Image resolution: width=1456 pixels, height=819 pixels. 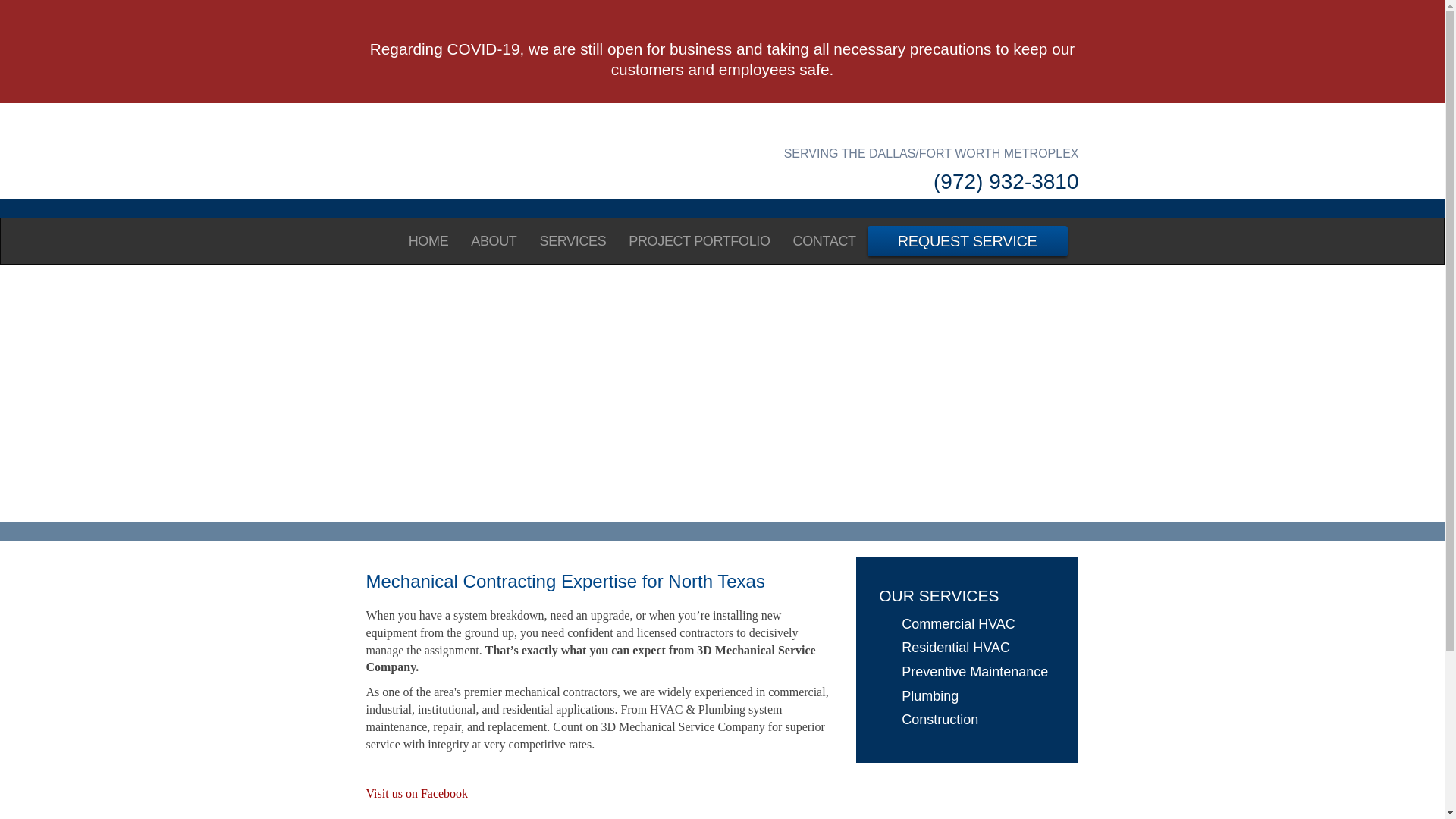 I want to click on 'ABOUT', so click(x=494, y=240).